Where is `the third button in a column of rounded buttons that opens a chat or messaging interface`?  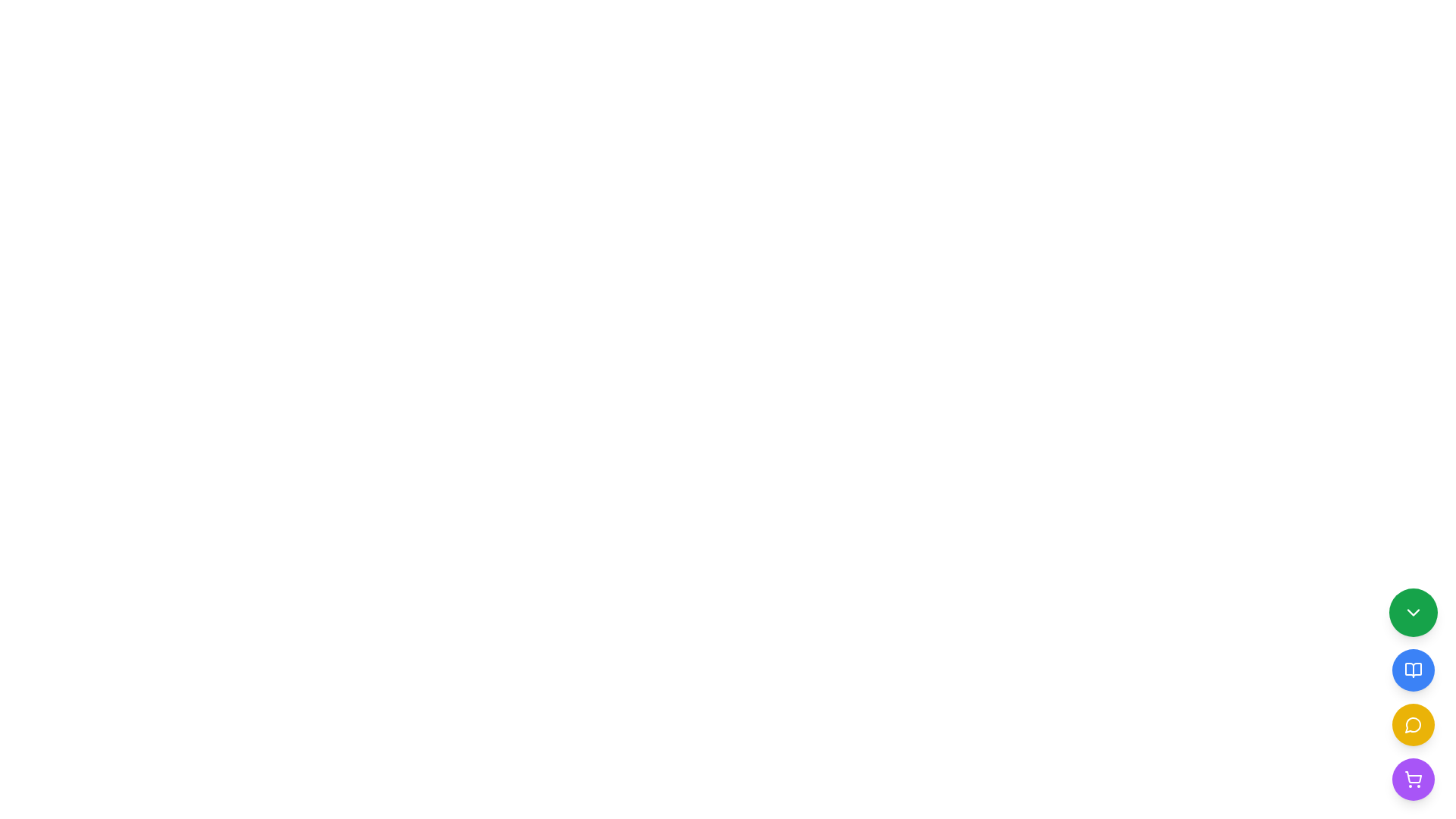
the third button in a column of rounded buttons that opens a chat or messaging interface is located at coordinates (1412, 724).